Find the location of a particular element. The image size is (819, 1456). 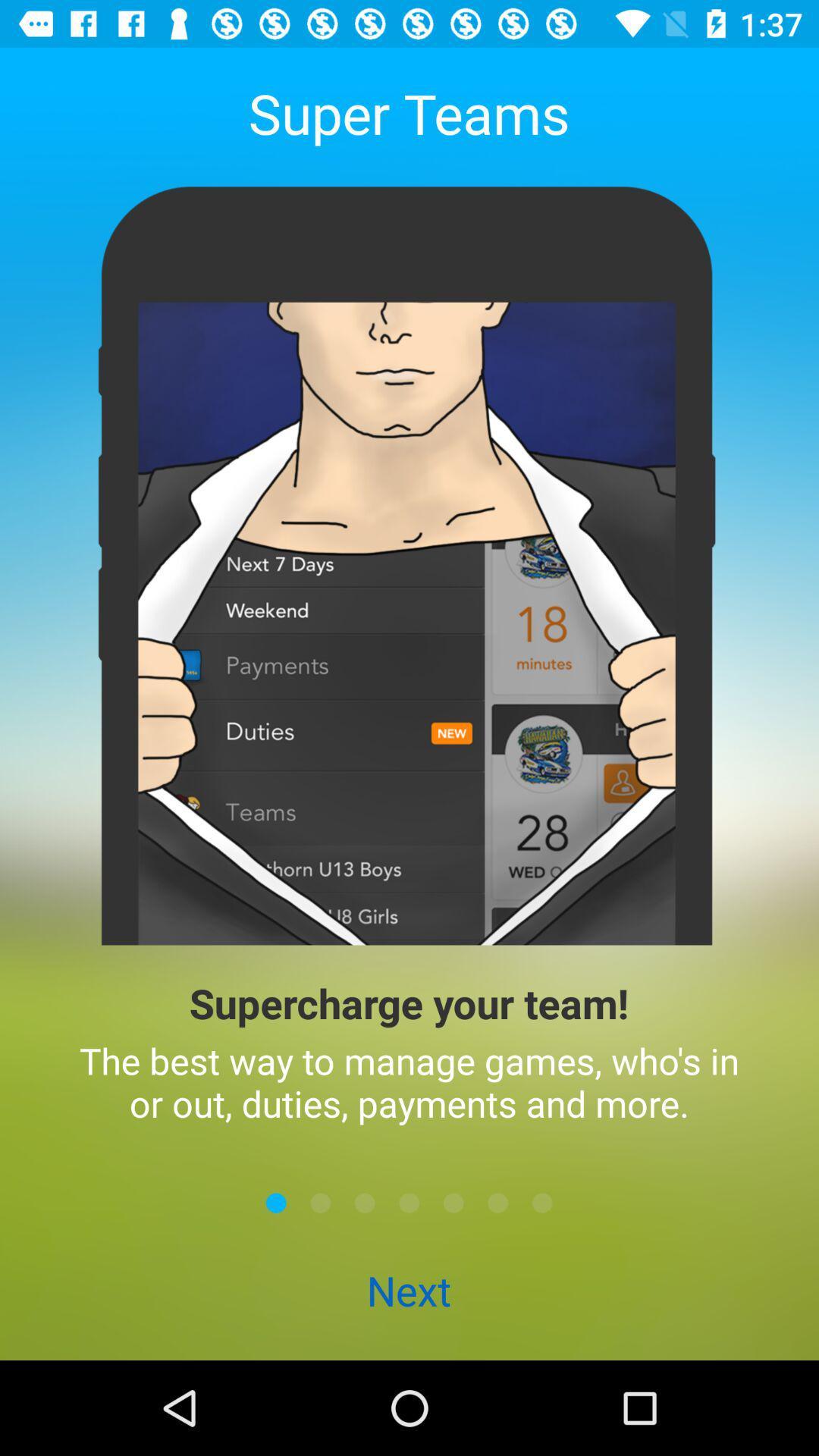

icon below the best way is located at coordinates (541, 1202).